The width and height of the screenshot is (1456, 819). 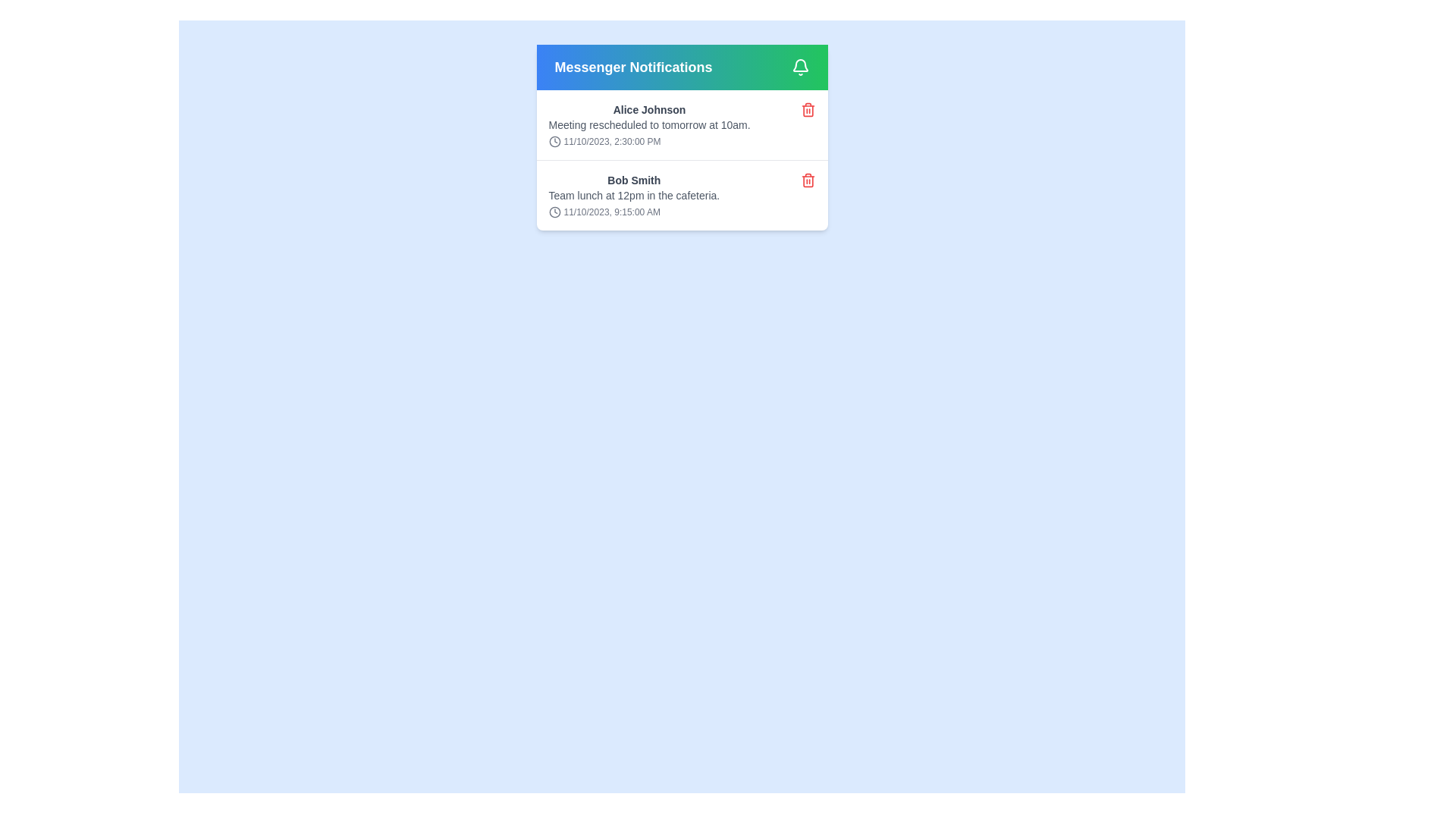 I want to click on the first notification entry in the Messenger Notifications panel, so click(x=681, y=137).